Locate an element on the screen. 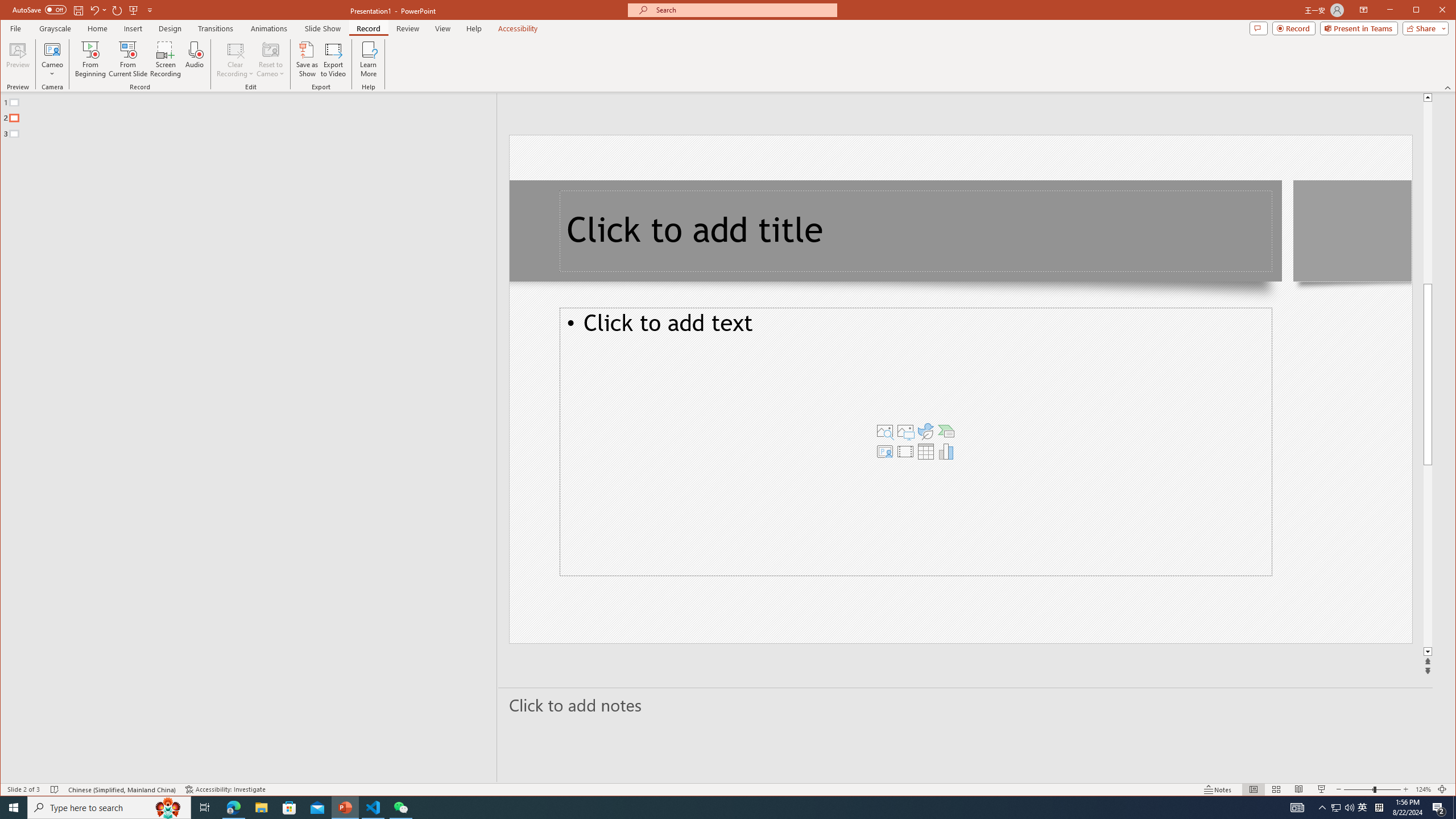 This screenshot has width=1456, height=819. 'Audio' is located at coordinates (194, 59).